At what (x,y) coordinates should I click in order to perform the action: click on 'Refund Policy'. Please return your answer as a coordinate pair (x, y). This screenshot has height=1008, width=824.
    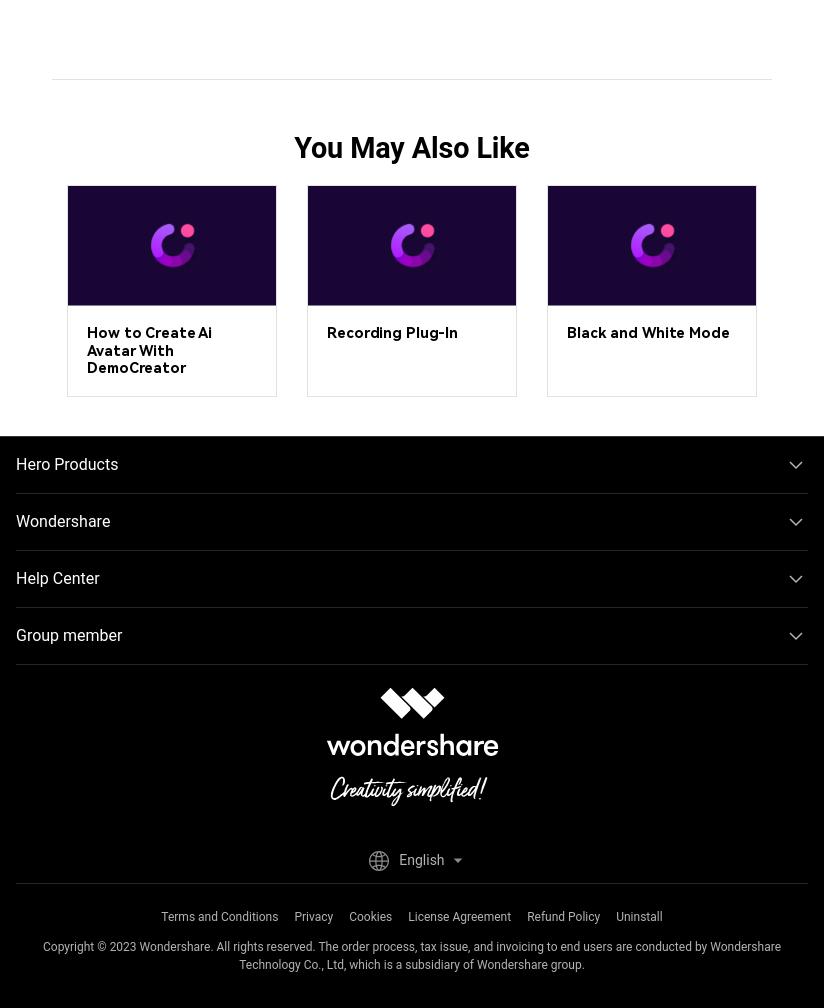
    Looking at the image, I should click on (527, 916).